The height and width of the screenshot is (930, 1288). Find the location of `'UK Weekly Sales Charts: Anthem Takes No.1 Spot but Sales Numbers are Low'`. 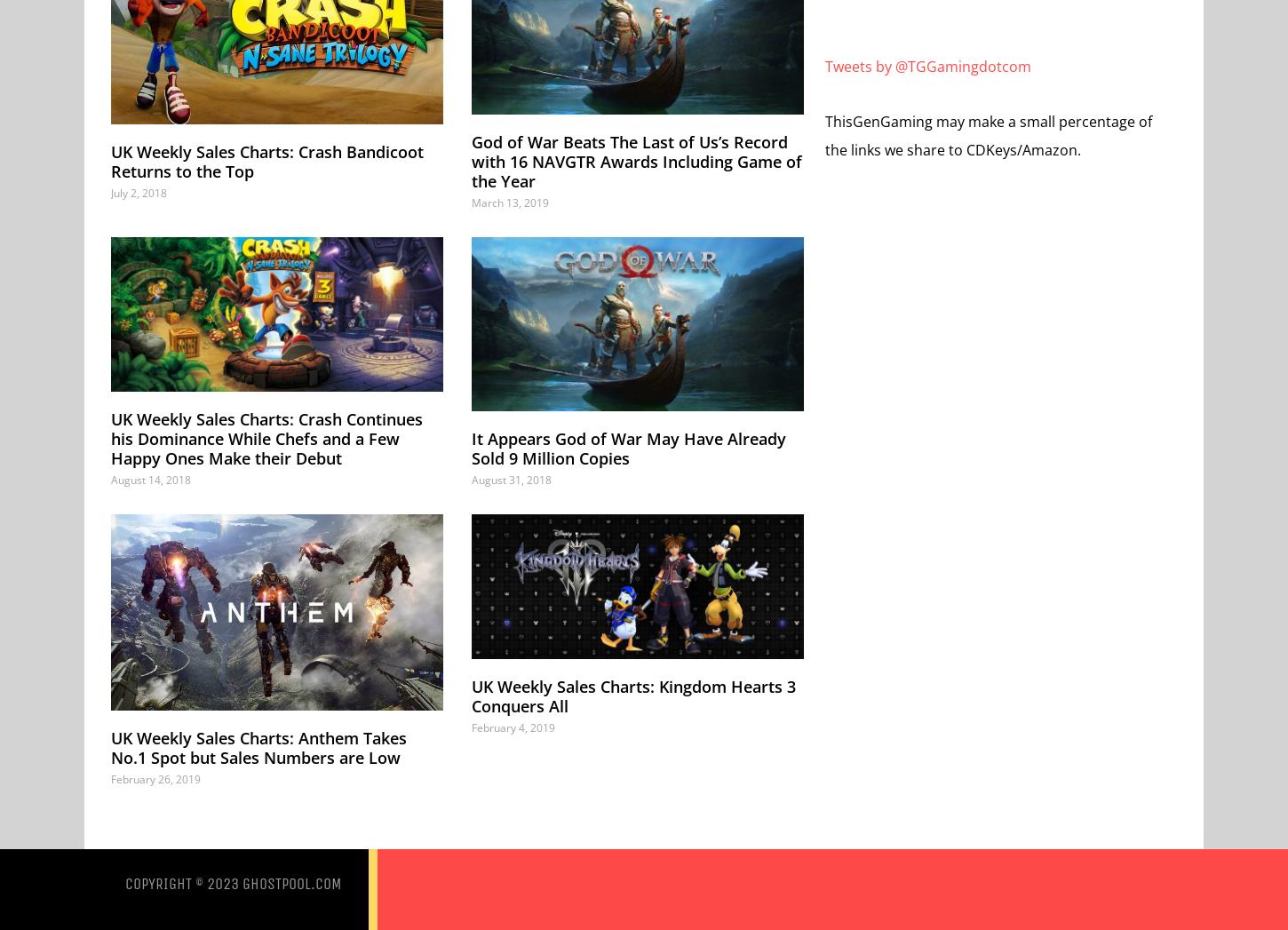

'UK Weekly Sales Charts: Anthem Takes No.1 Spot but Sales Numbers are Low' is located at coordinates (258, 747).